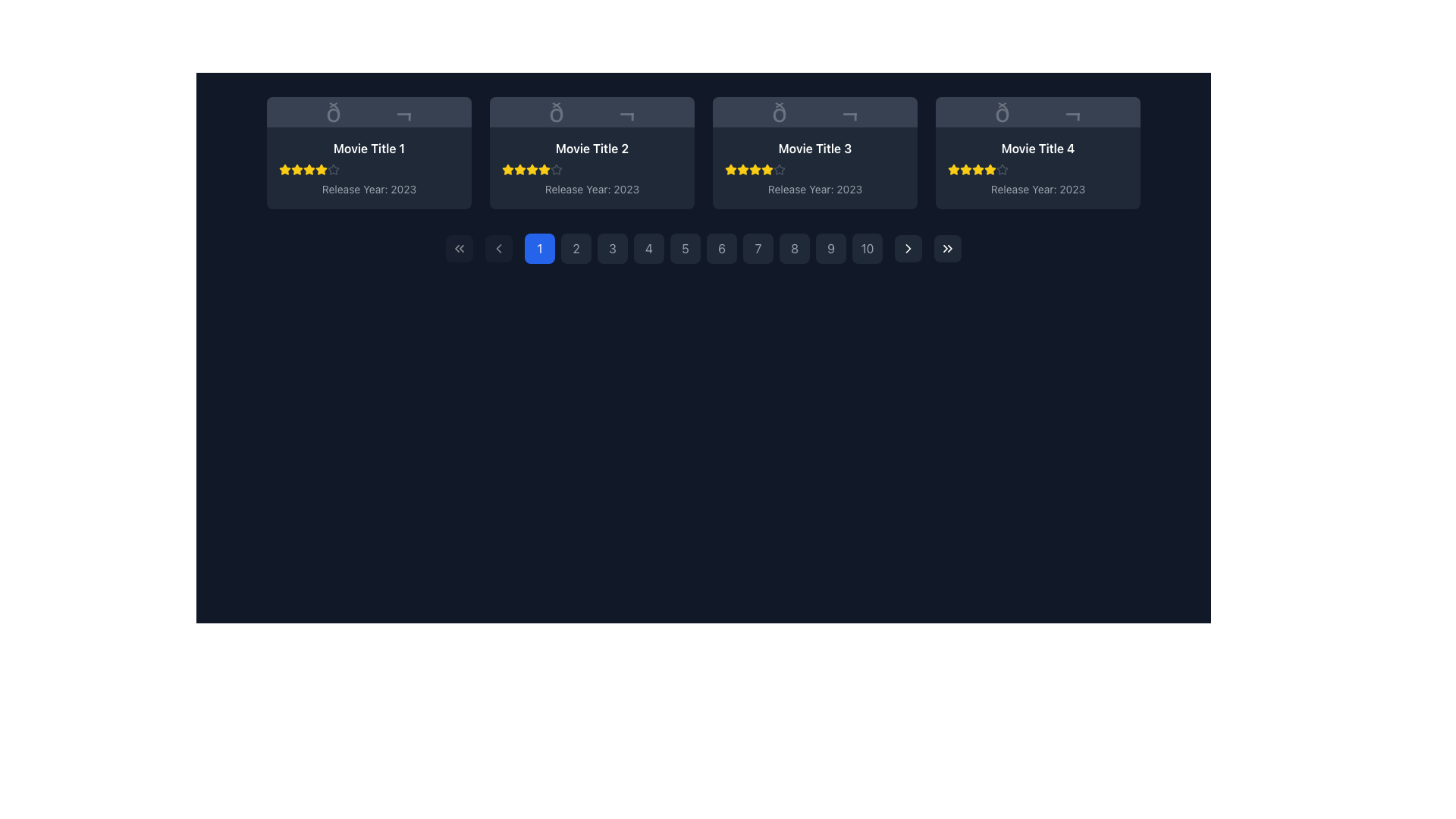 Image resolution: width=1456 pixels, height=819 pixels. What do you see at coordinates (539, 247) in the screenshot?
I see `the blue square button displaying the number '1'` at bounding box center [539, 247].